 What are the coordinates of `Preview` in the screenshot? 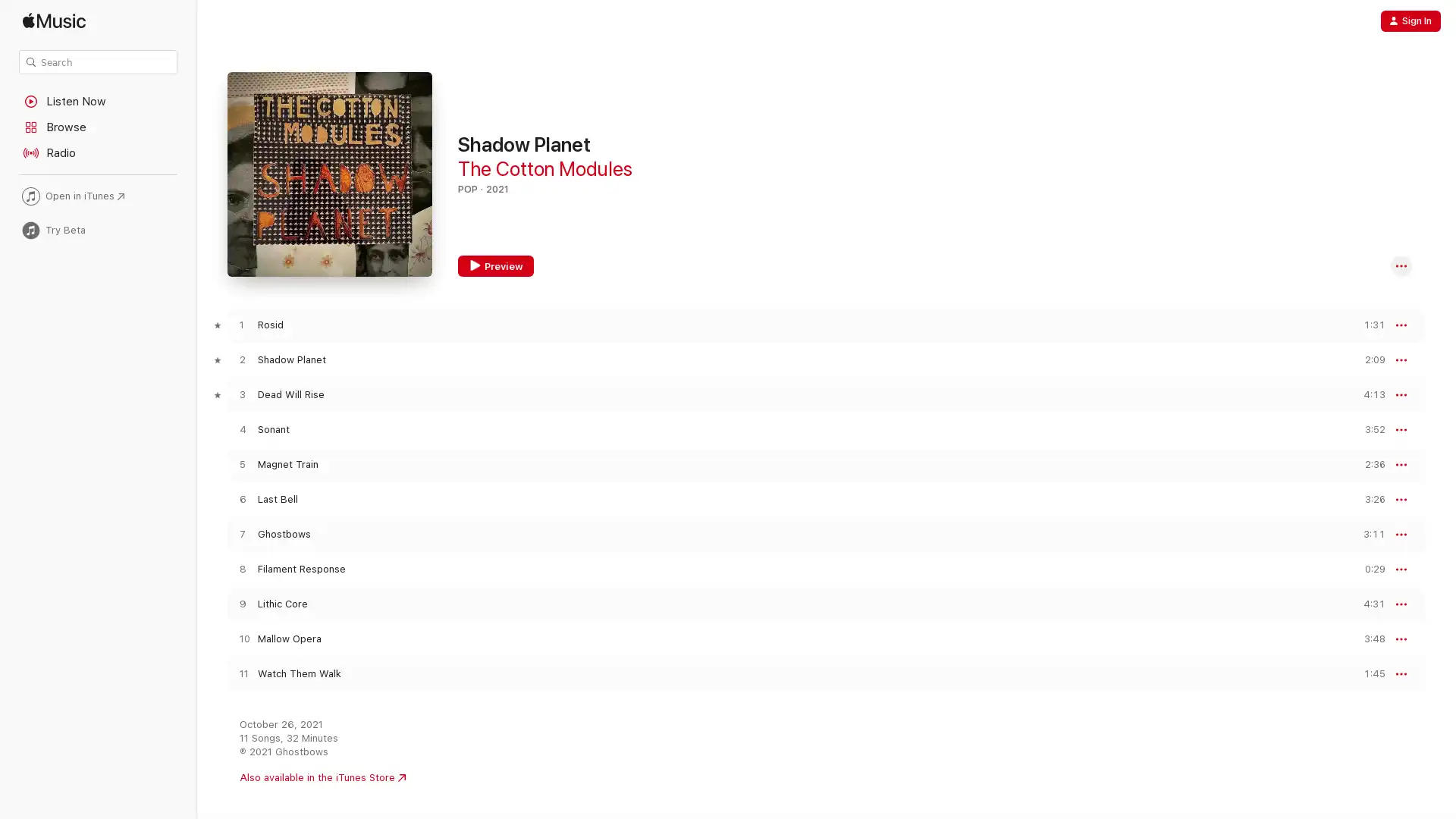 It's located at (1368, 673).